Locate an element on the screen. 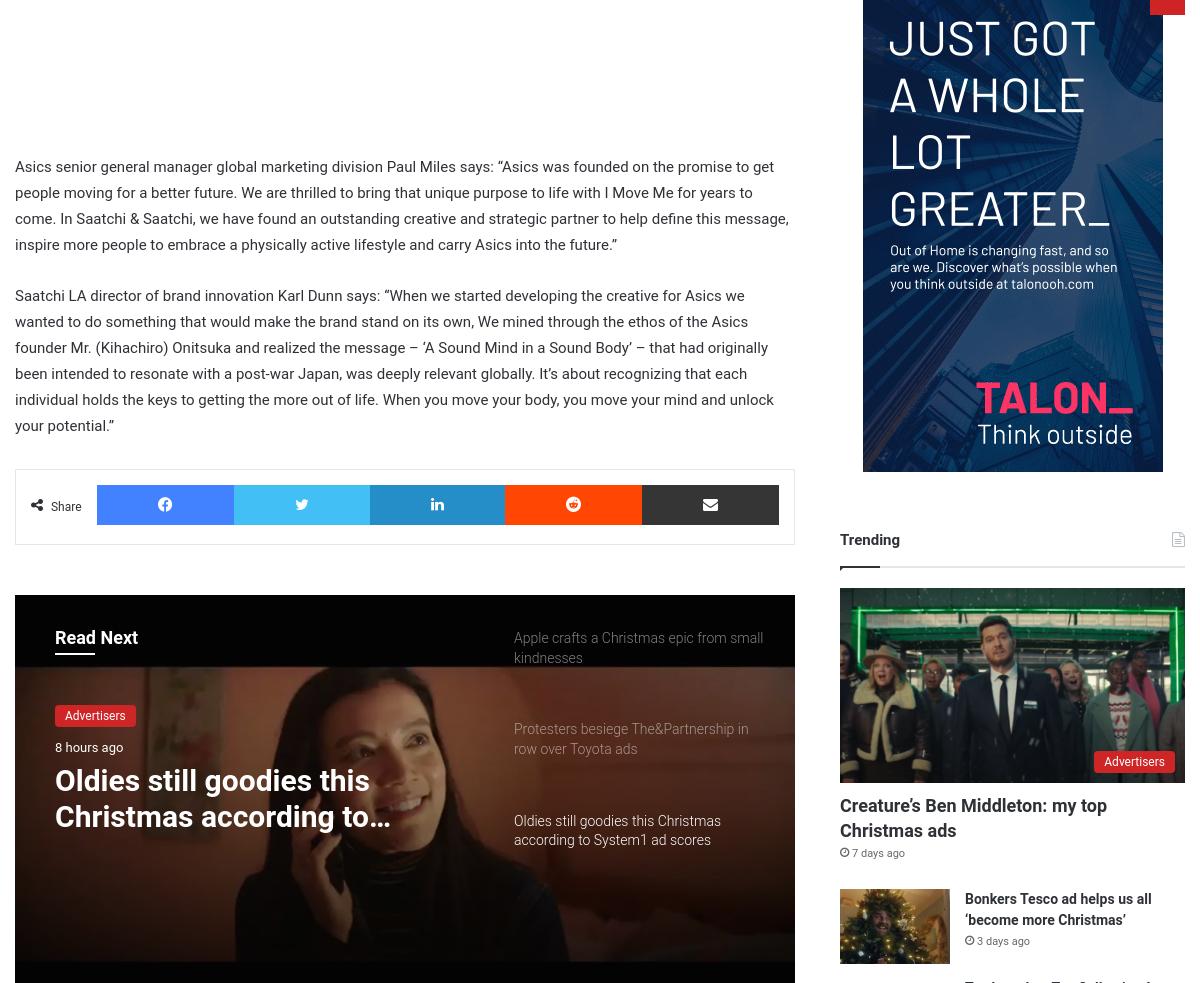  'Read Next' is located at coordinates (96, 637).